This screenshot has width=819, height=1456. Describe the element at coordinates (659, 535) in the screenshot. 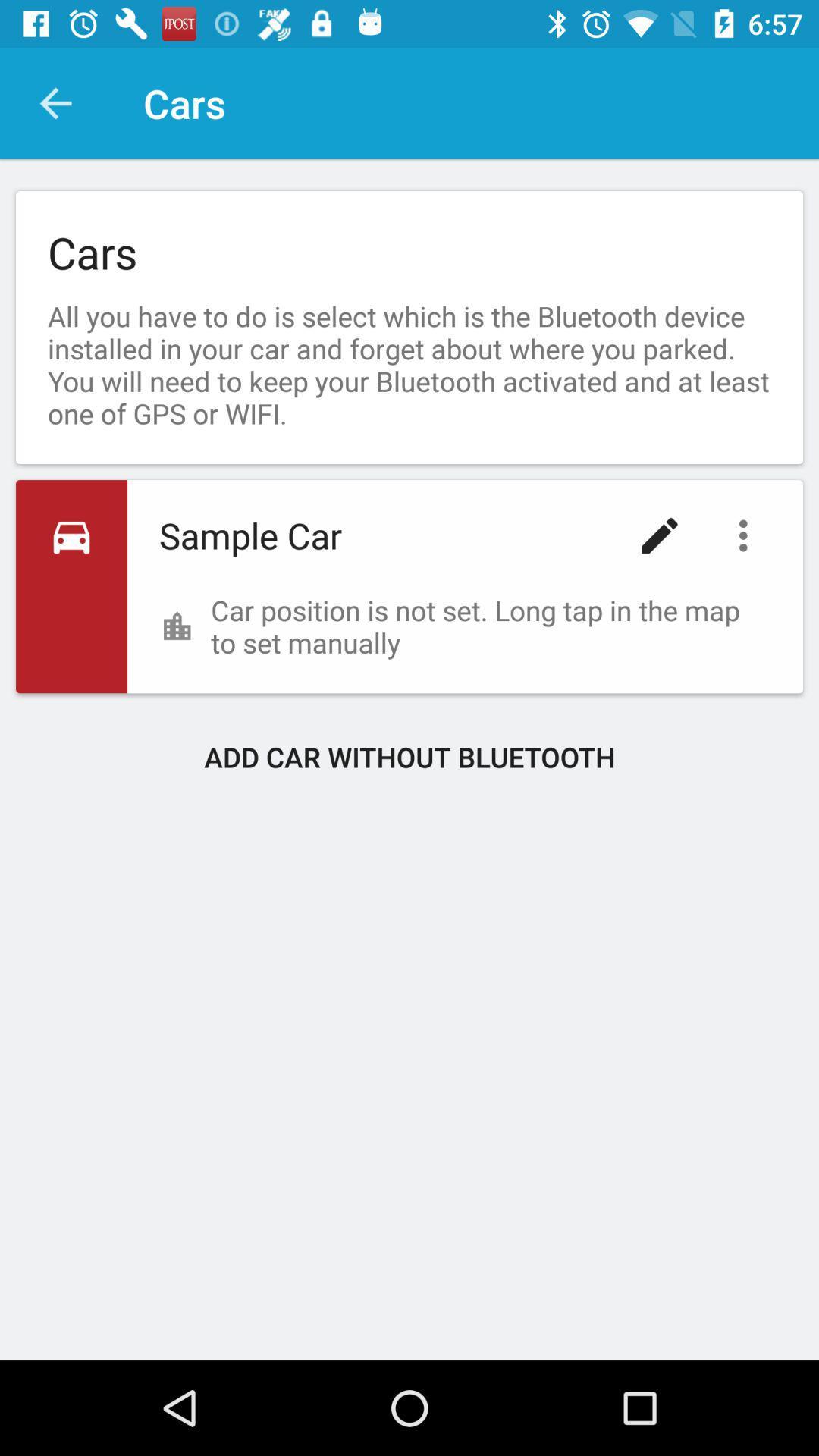

I see `item to the right of sample car item` at that location.